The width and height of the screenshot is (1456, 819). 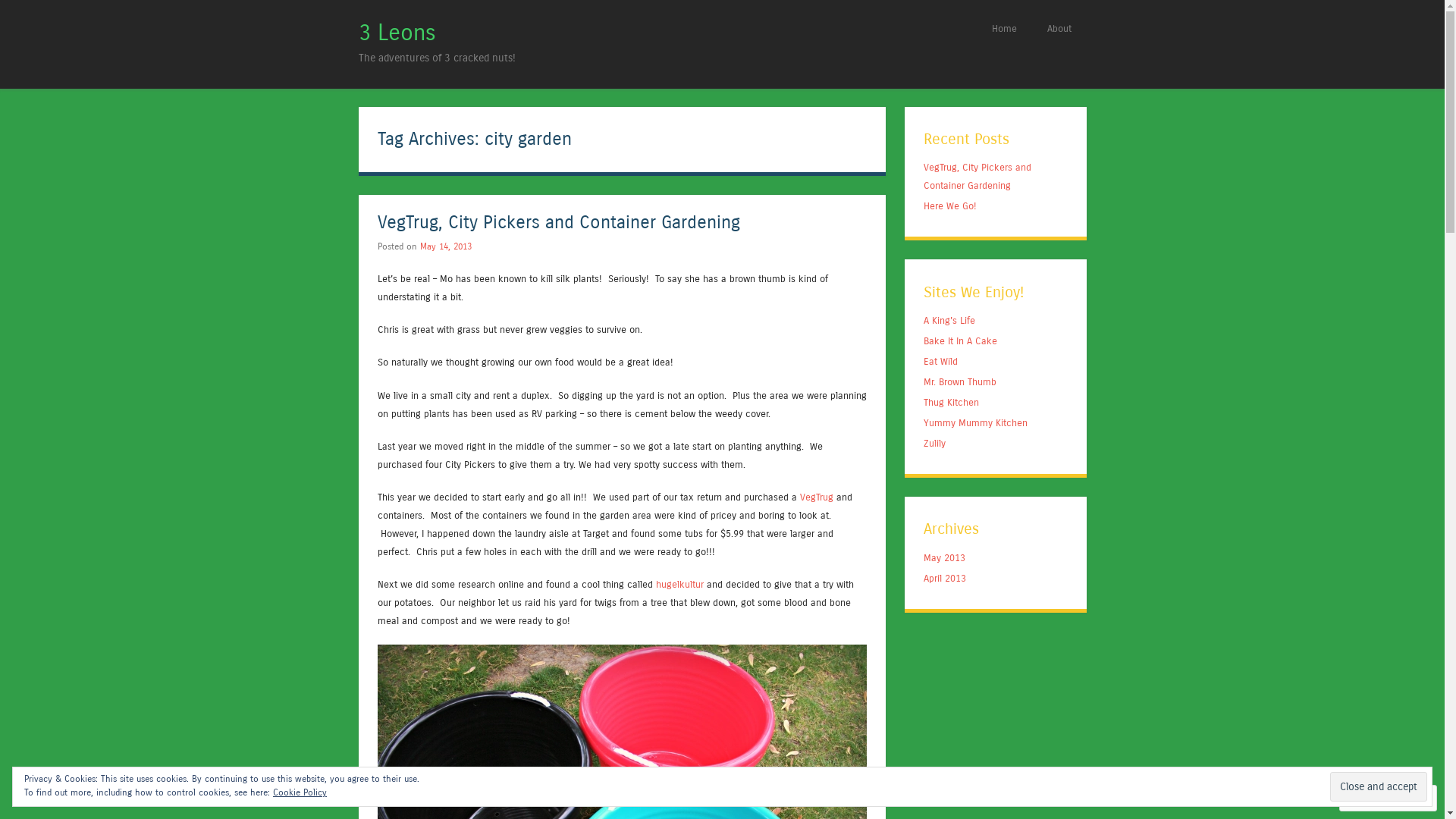 What do you see at coordinates (934, 443) in the screenshot?
I see `'Zulily'` at bounding box center [934, 443].